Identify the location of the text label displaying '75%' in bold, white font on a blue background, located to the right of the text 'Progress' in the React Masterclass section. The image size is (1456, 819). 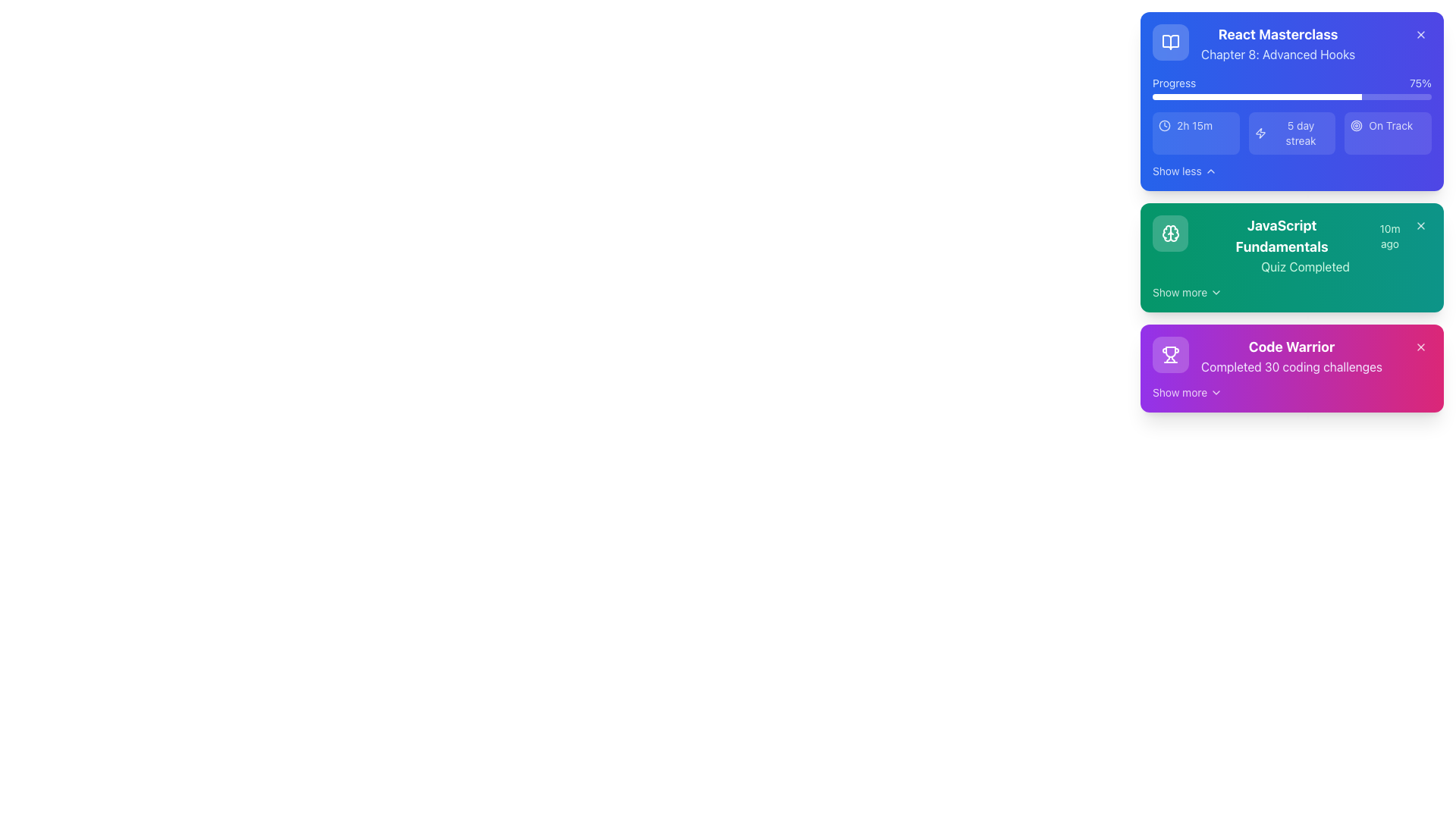
(1420, 83).